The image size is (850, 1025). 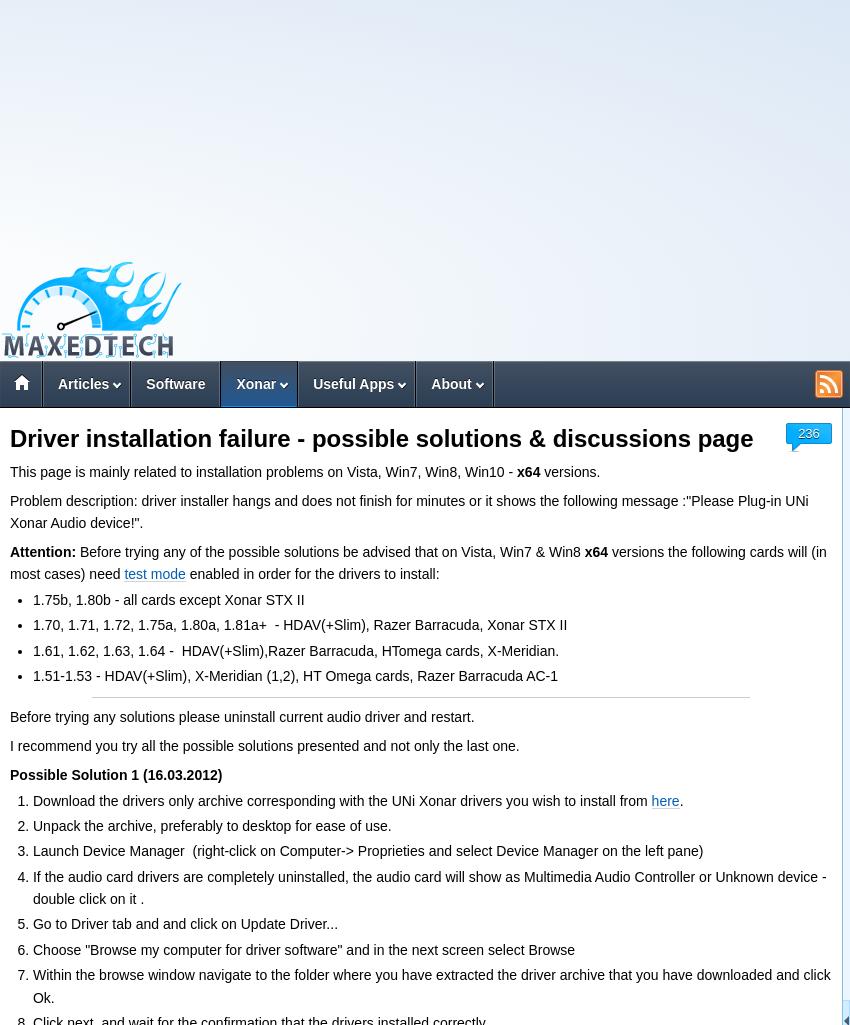 What do you see at coordinates (312, 574) in the screenshot?
I see `'enabled in order for the drivers to install:'` at bounding box center [312, 574].